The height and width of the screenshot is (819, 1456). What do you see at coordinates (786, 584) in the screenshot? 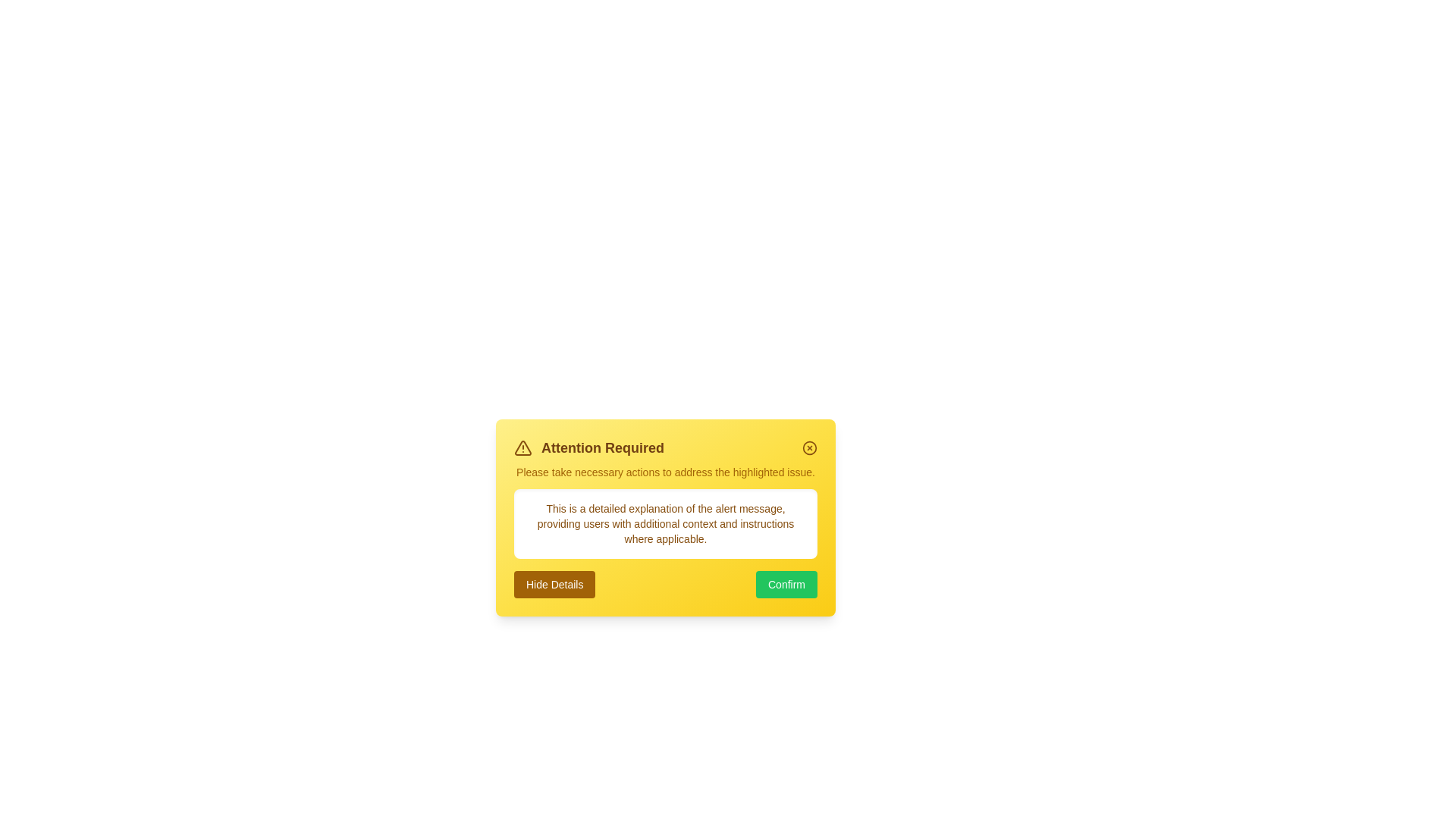
I see `the 'Confirm' button to acknowledge the alert` at bounding box center [786, 584].